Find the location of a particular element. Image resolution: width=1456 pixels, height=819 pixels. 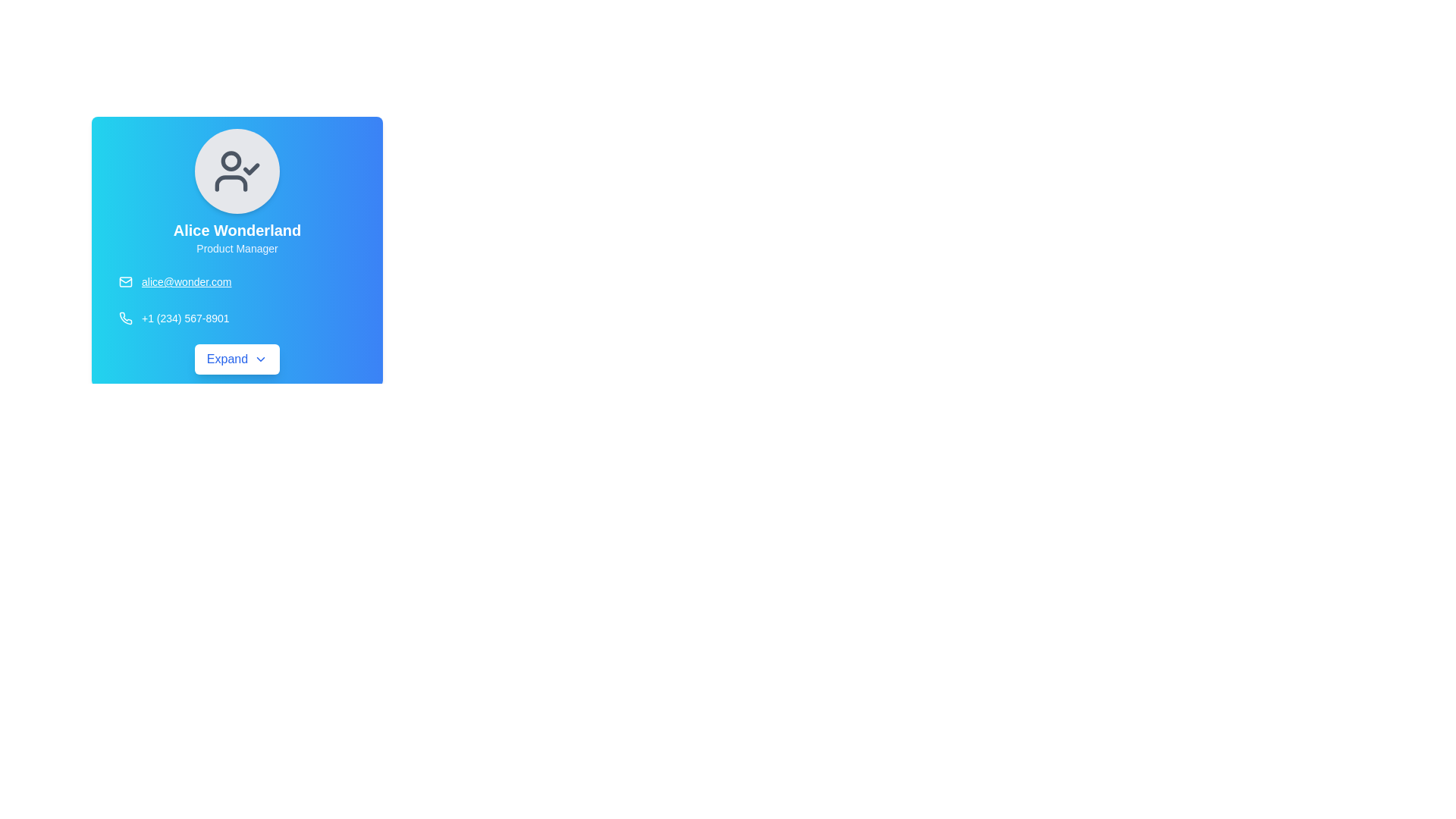

the 'Expand' button, which is styled with a white background and blue rounded text, located at the lower section of the user information card is located at coordinates (236, 359).